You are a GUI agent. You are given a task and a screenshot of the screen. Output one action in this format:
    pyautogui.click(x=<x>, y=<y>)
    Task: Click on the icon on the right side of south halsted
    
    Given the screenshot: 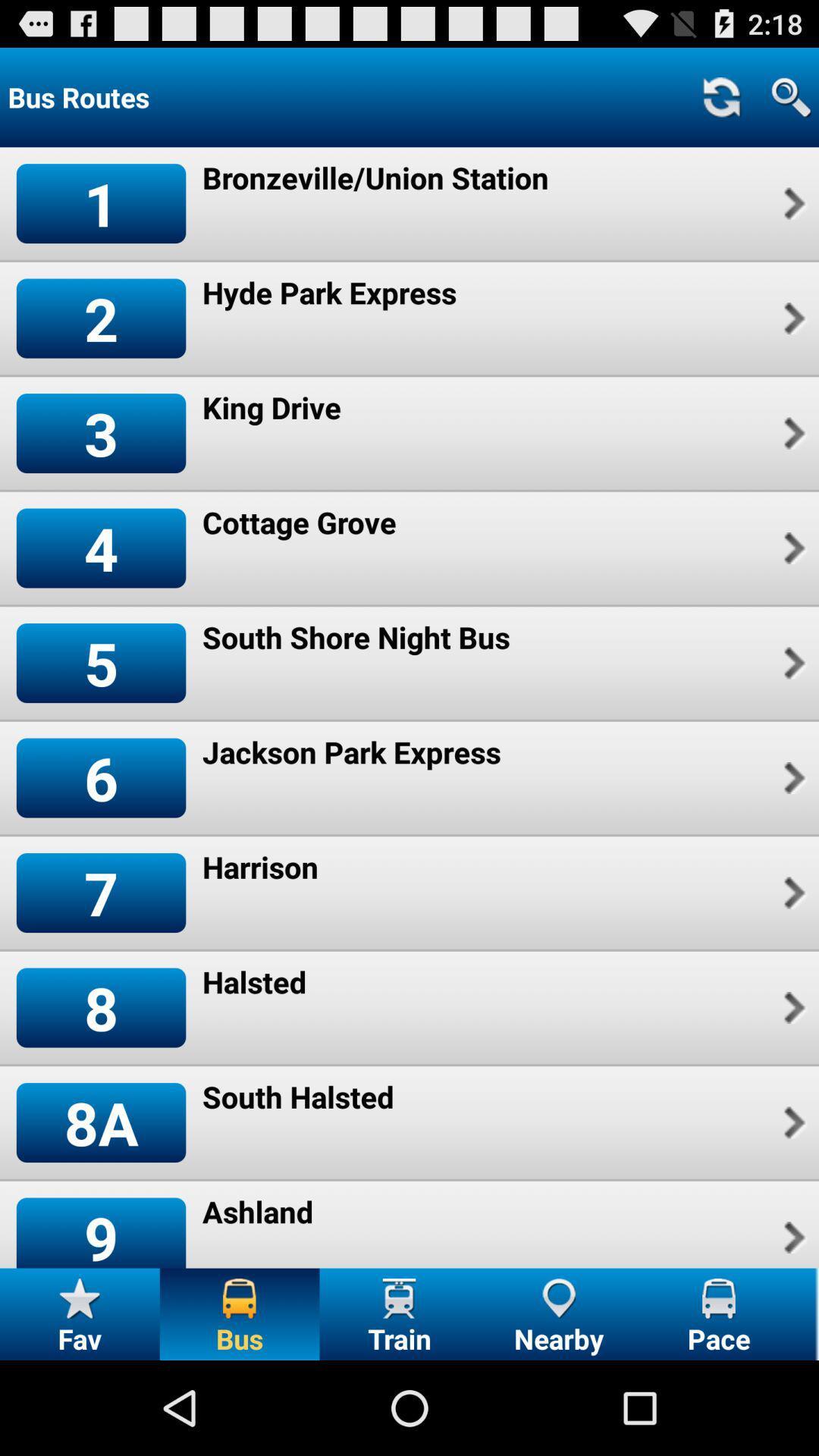 What is the action you would take?
    pyautogui.click(x=792, y=1123)
    